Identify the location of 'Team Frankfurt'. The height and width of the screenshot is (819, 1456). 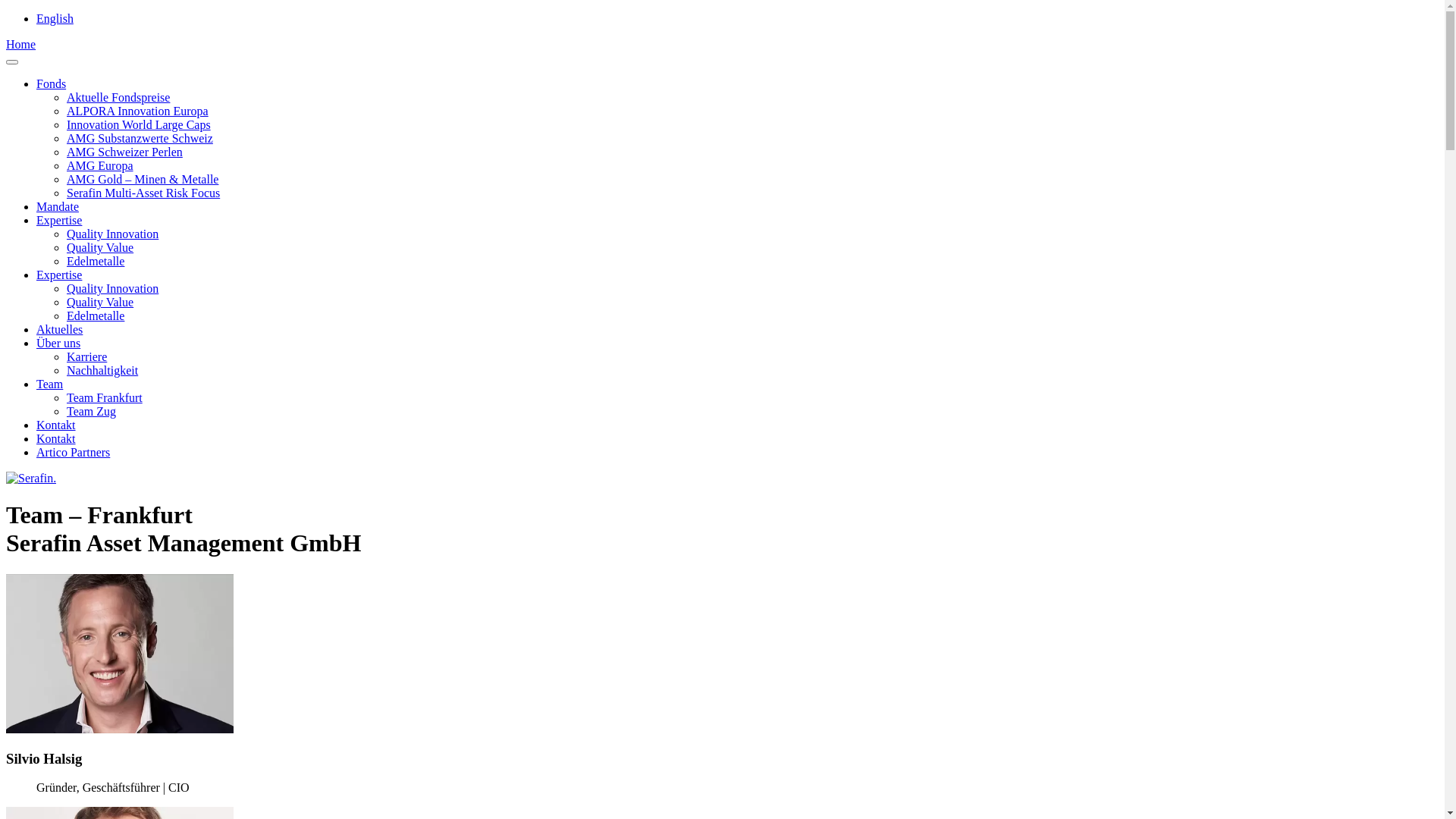
(65, 397).